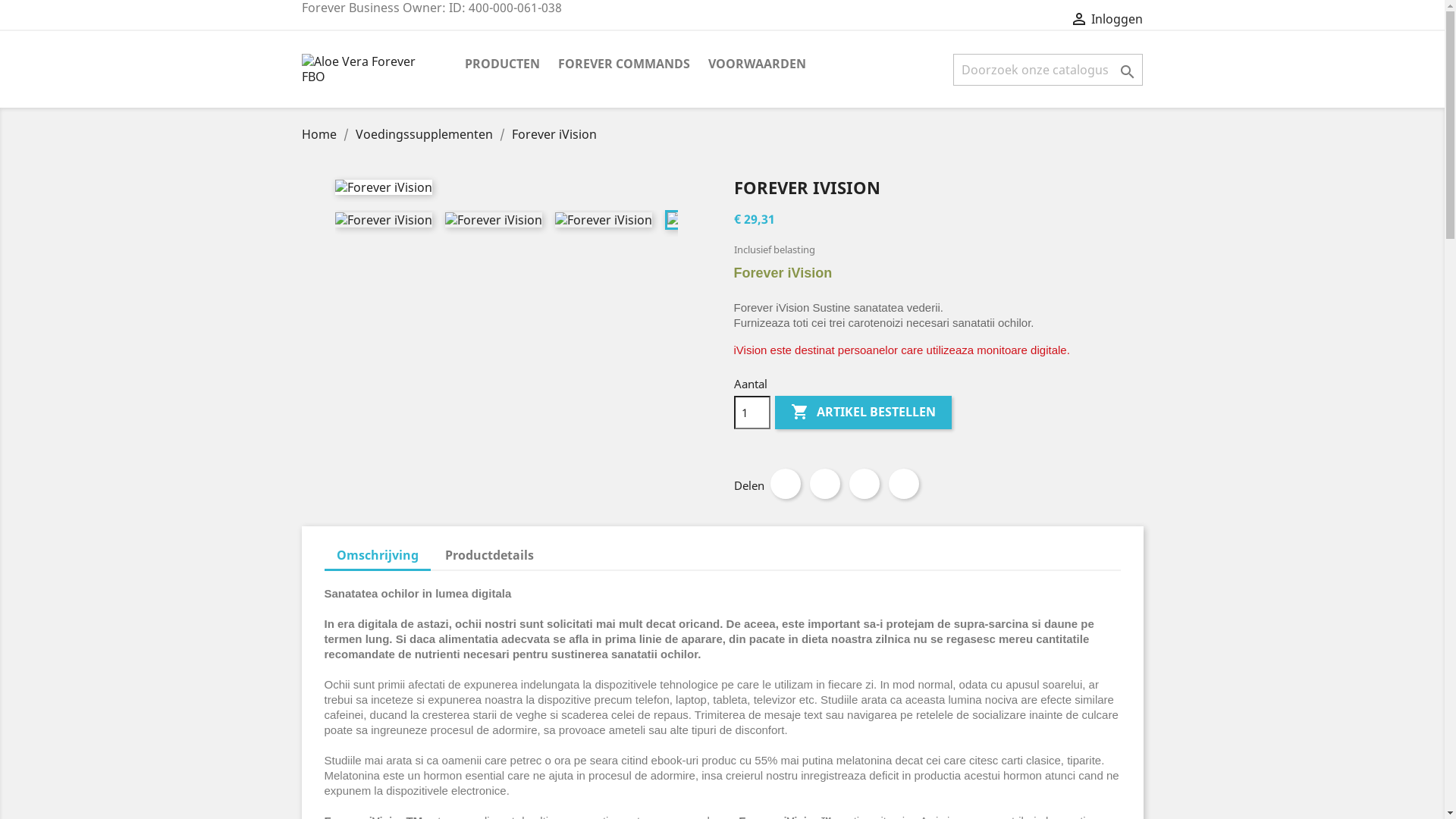  I want to click on 'Home', so click(319, 133).